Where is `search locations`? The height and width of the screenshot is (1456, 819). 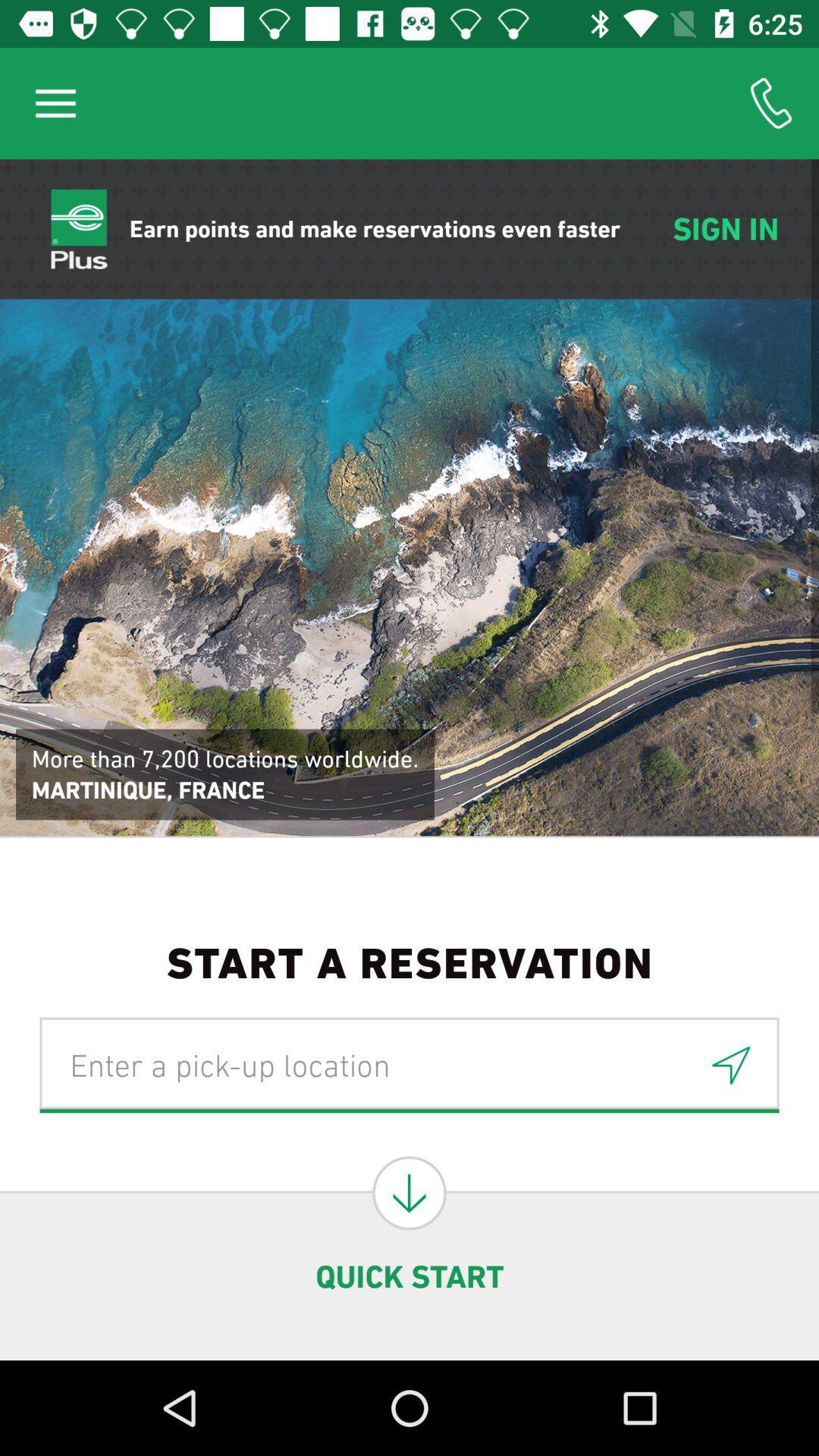 search locations is located at coordinates (409, 1192).